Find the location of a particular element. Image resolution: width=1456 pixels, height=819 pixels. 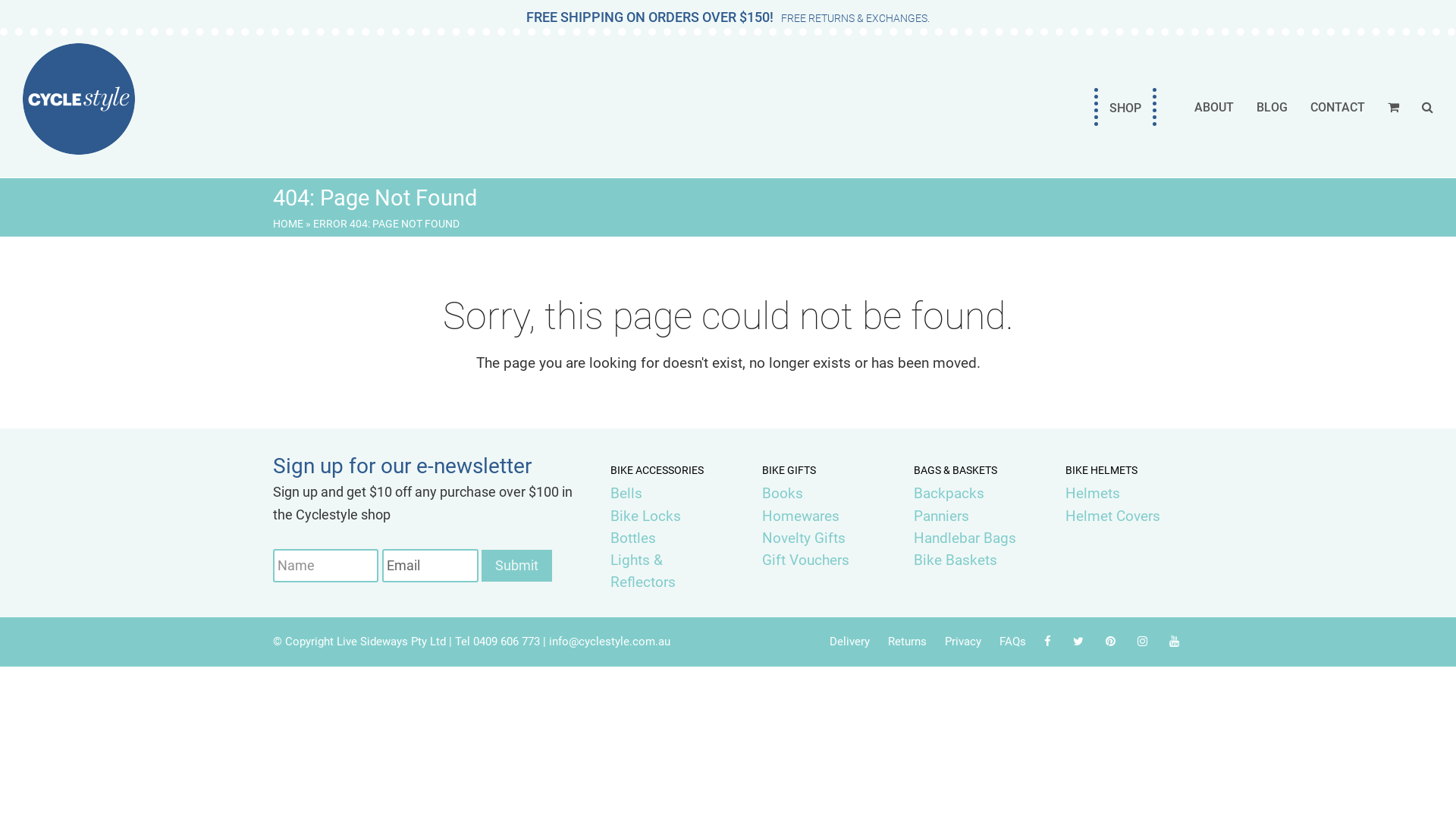

'Bike Locks' is located at coordinates (610, 515).